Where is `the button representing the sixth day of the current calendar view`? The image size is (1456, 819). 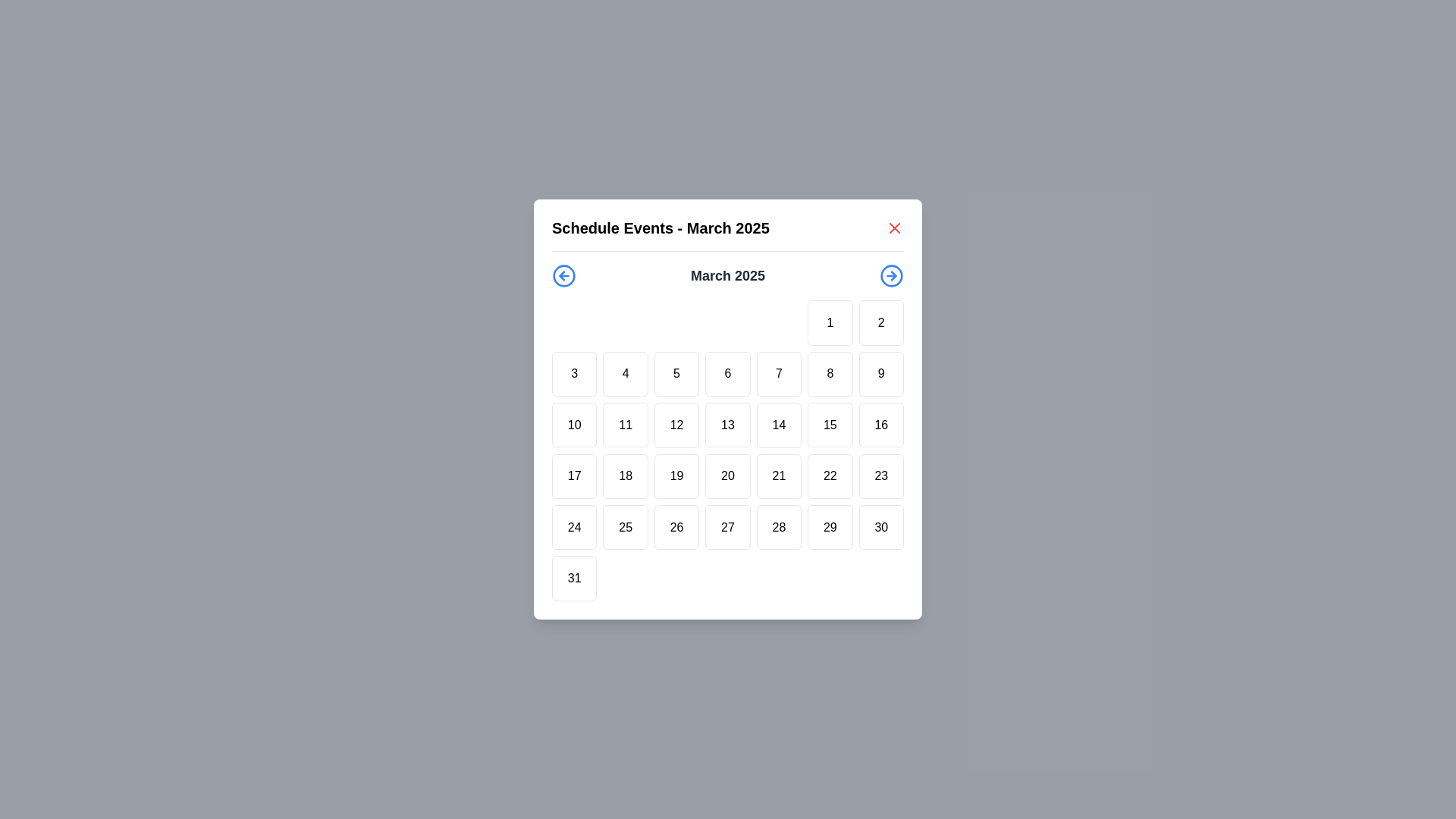 the button representing the sixth day of the current calendar view is located at coordinates (728, 374).